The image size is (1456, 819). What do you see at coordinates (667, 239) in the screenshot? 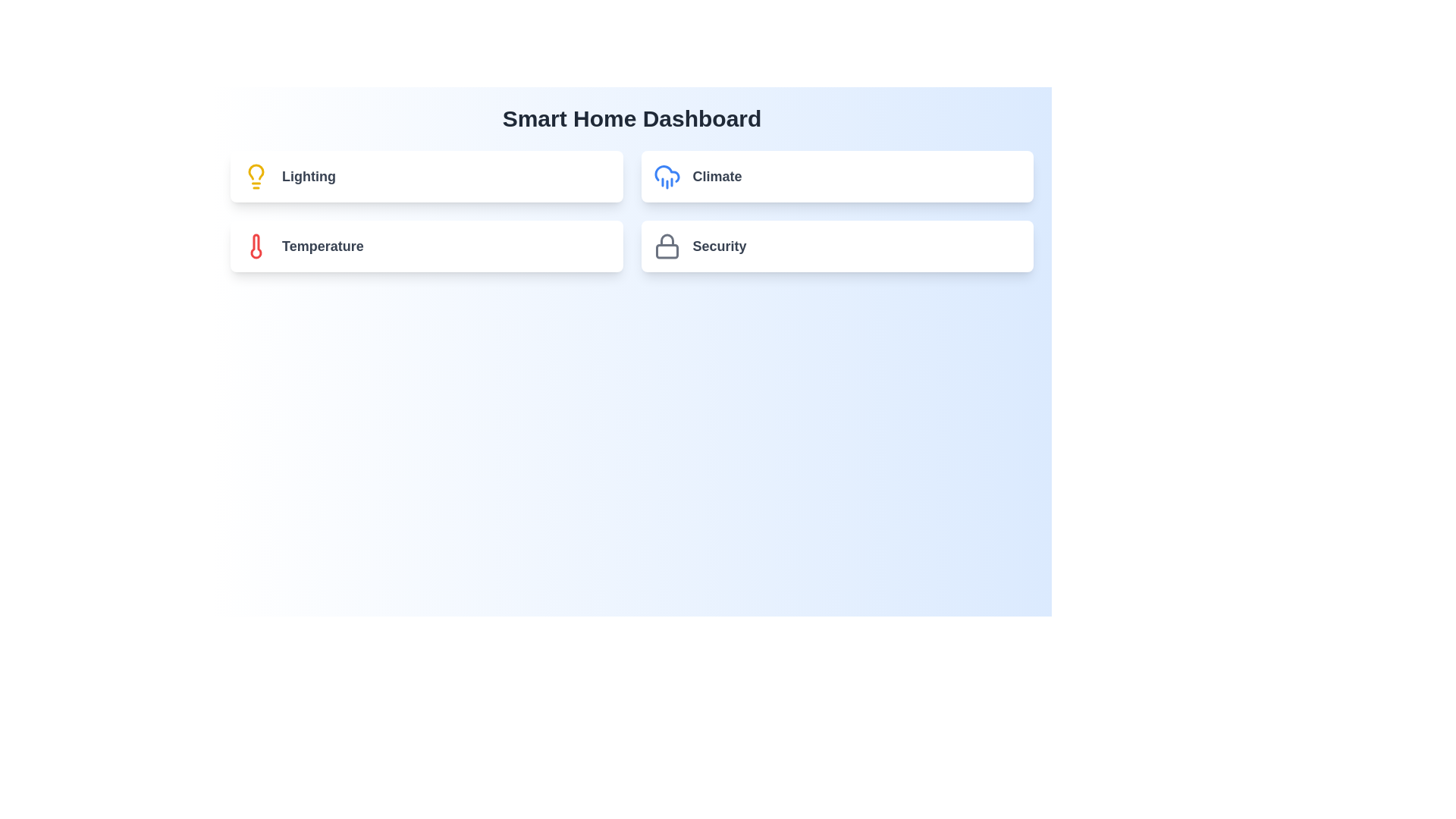
I see `the shackle part of the lock icon in the 'Security' section, located in the bottom-right corner of the dashboard` at bounding box center [667, 239].